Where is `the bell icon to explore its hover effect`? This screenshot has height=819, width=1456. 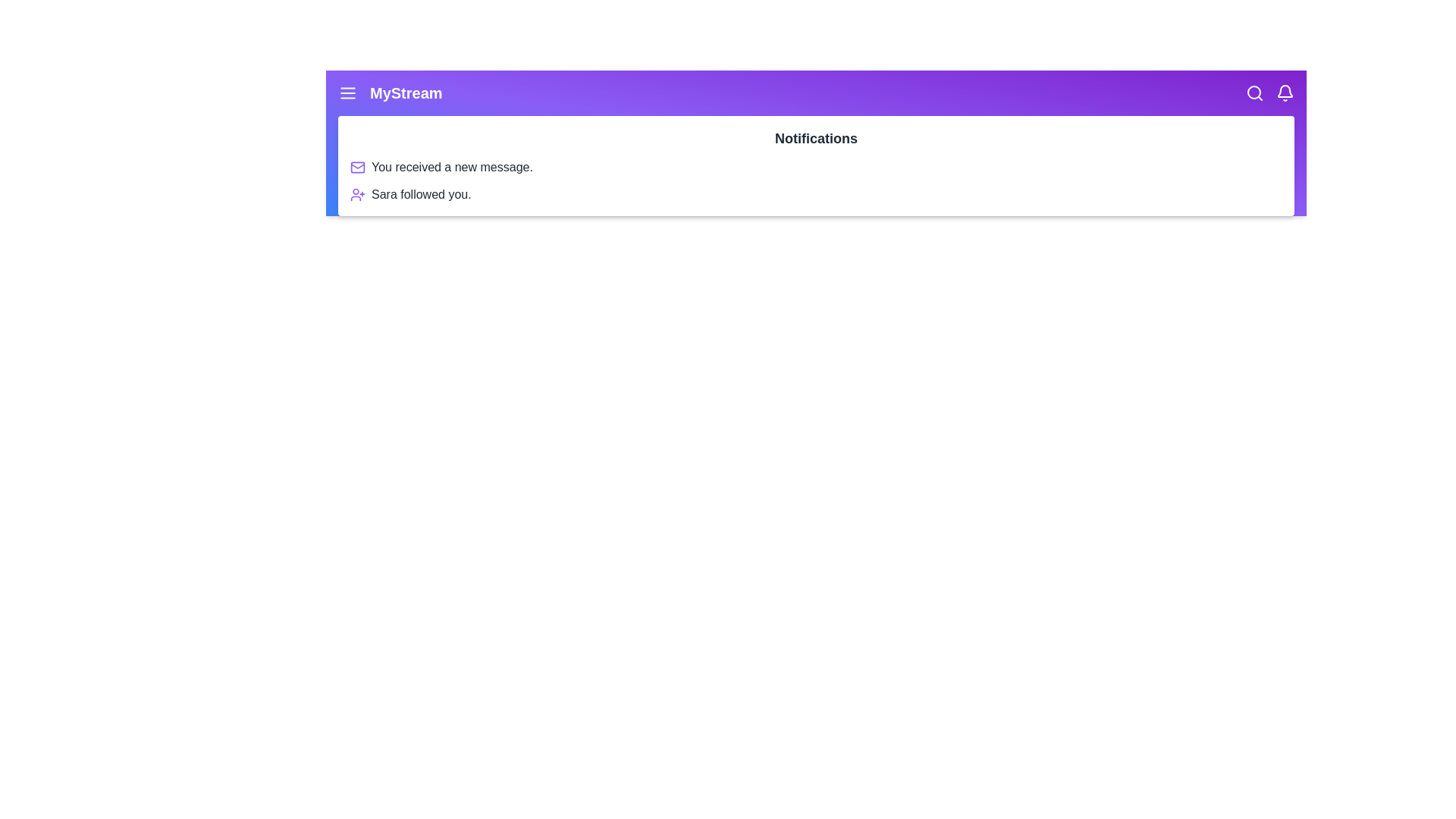 the bell icon to explore its hover effect is located at coordinates (1284, 93).